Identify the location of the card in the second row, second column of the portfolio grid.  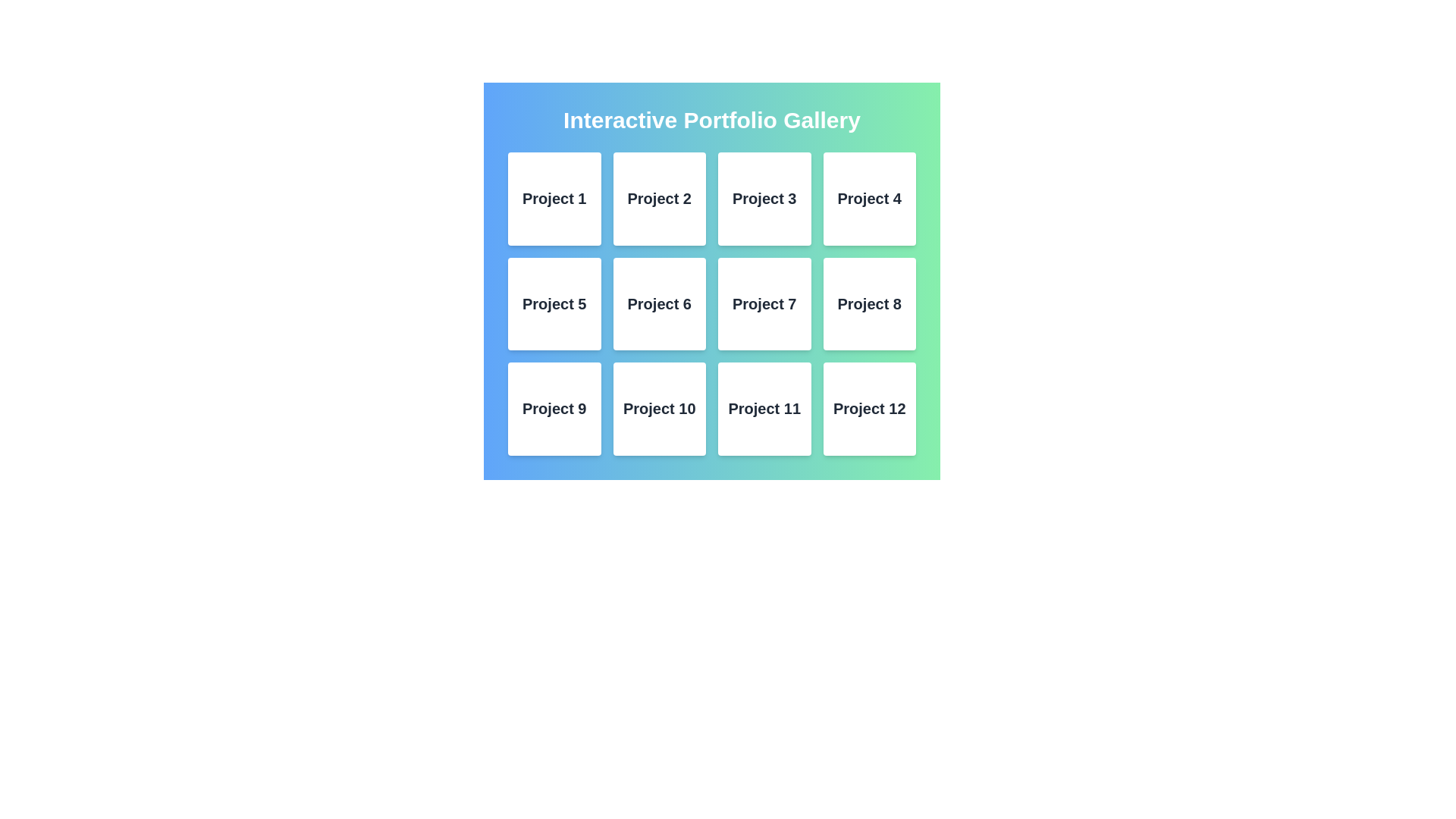
(659, 303).